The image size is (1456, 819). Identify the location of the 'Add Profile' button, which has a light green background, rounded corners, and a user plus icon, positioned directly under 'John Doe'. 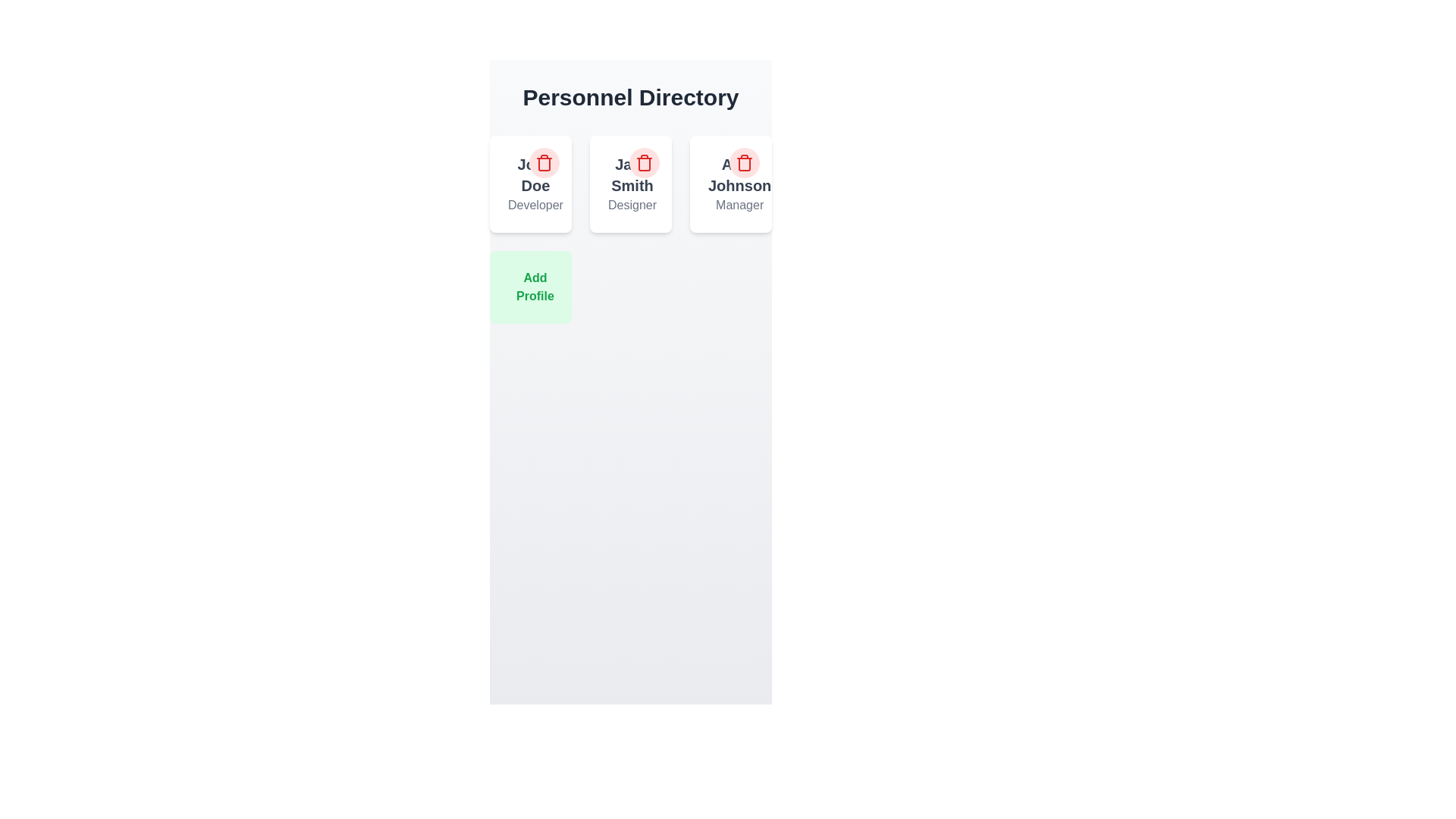
(531, 287).